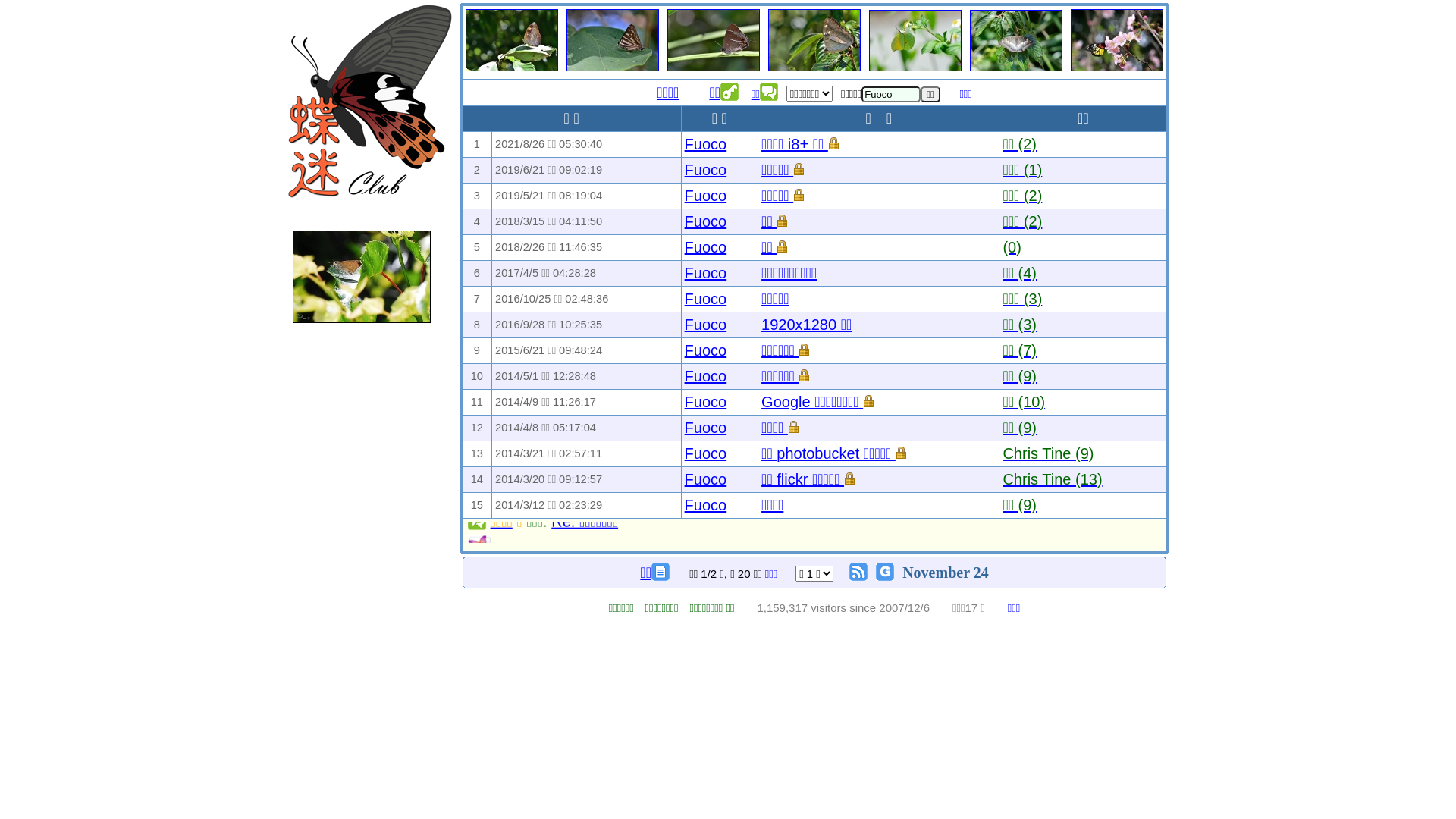 The image size is (1456, 819). What do you see at coordinates (705, 324) in the screenshot?
I see `'Fuoco'` at bounding box center [705, 324].